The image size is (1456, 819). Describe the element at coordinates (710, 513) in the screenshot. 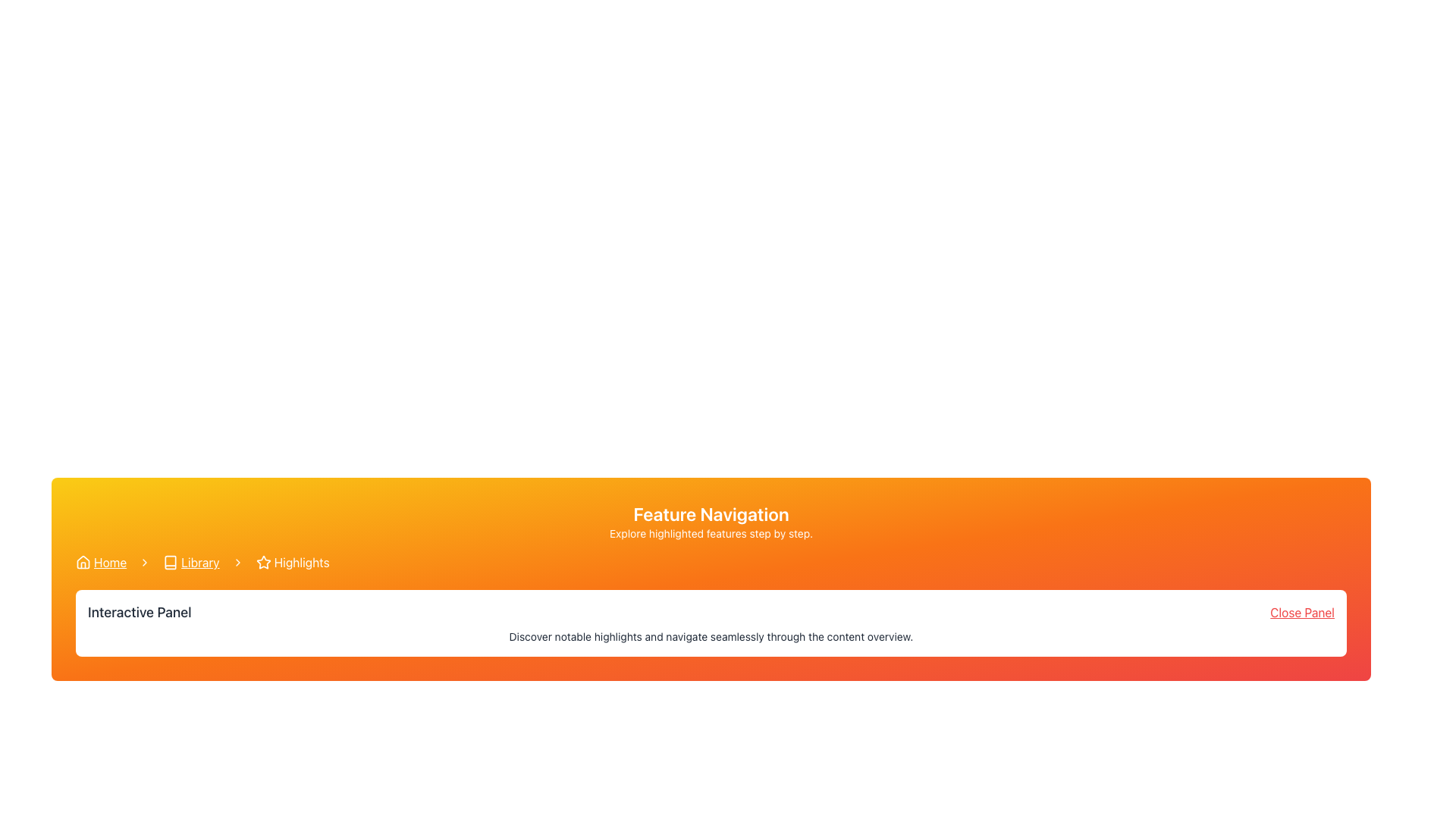

I see `the Text (Header) element which serves as the title for the section above 'Explore highlighted features step by step.'` at that location.